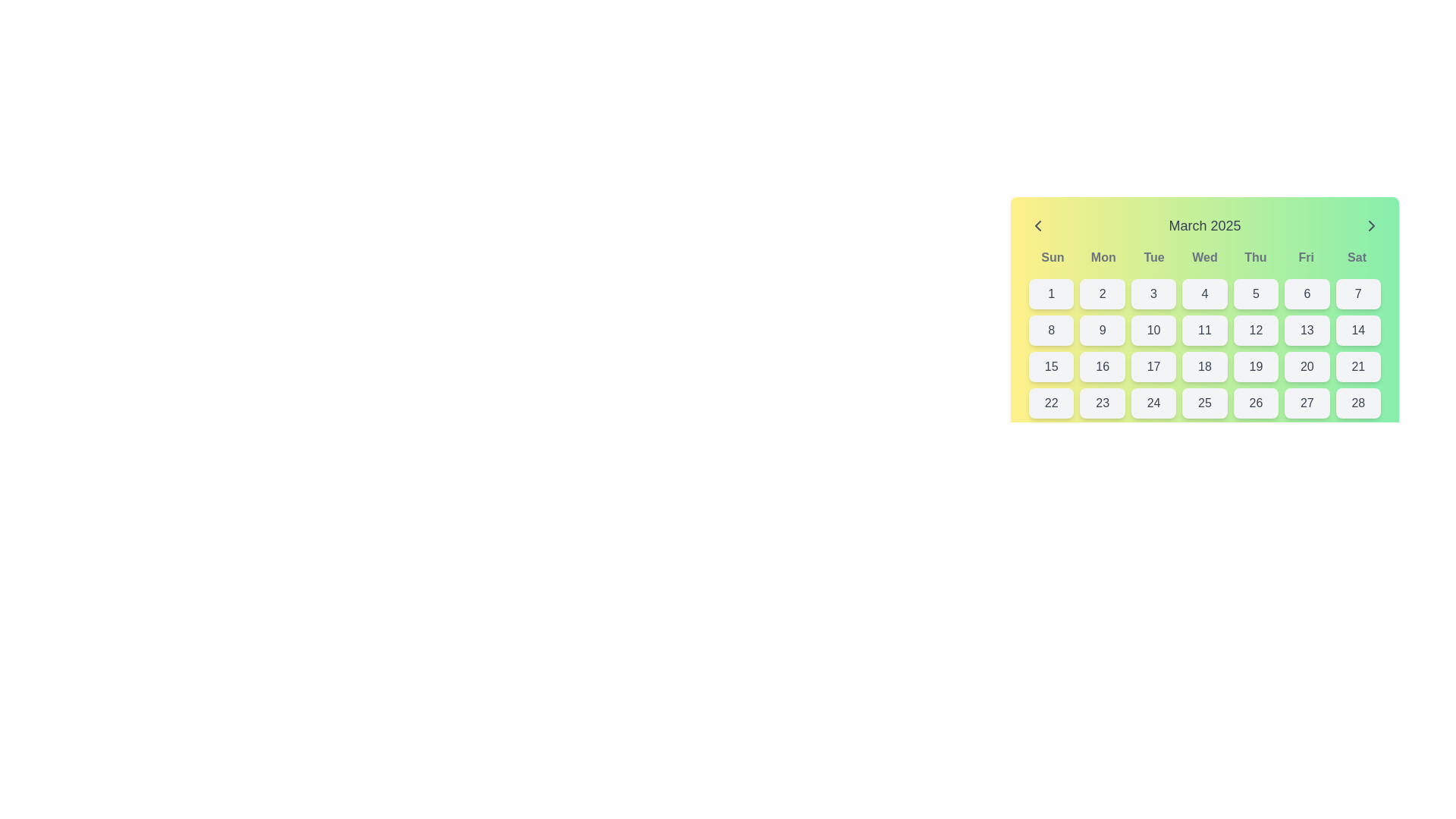 The width and height of the screenshot is (1456, 819). What do you see at coordinates (1103, 403) in the screenshot?
I see `the day selector button located in the bottom row of the calendar grid, specifically the second element from the left, to trigger hover effects` at bounding box center [1103, 403].